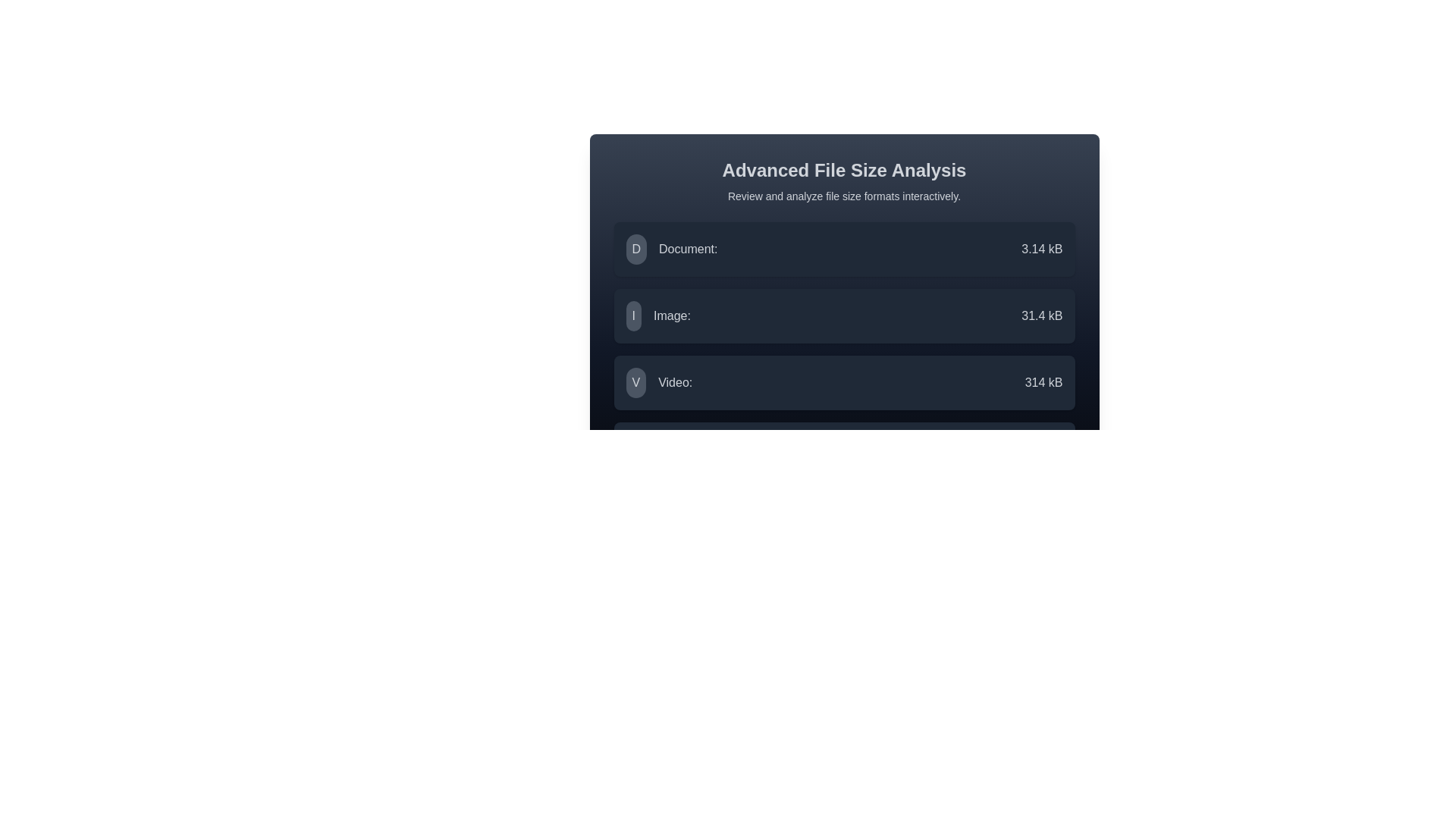 Image resolution: width=1456 pixels, height=819 pixels. I want to click on the first badge icon representing the 'Document' category located to the left of the text label 'Document:', so click(636, 248).